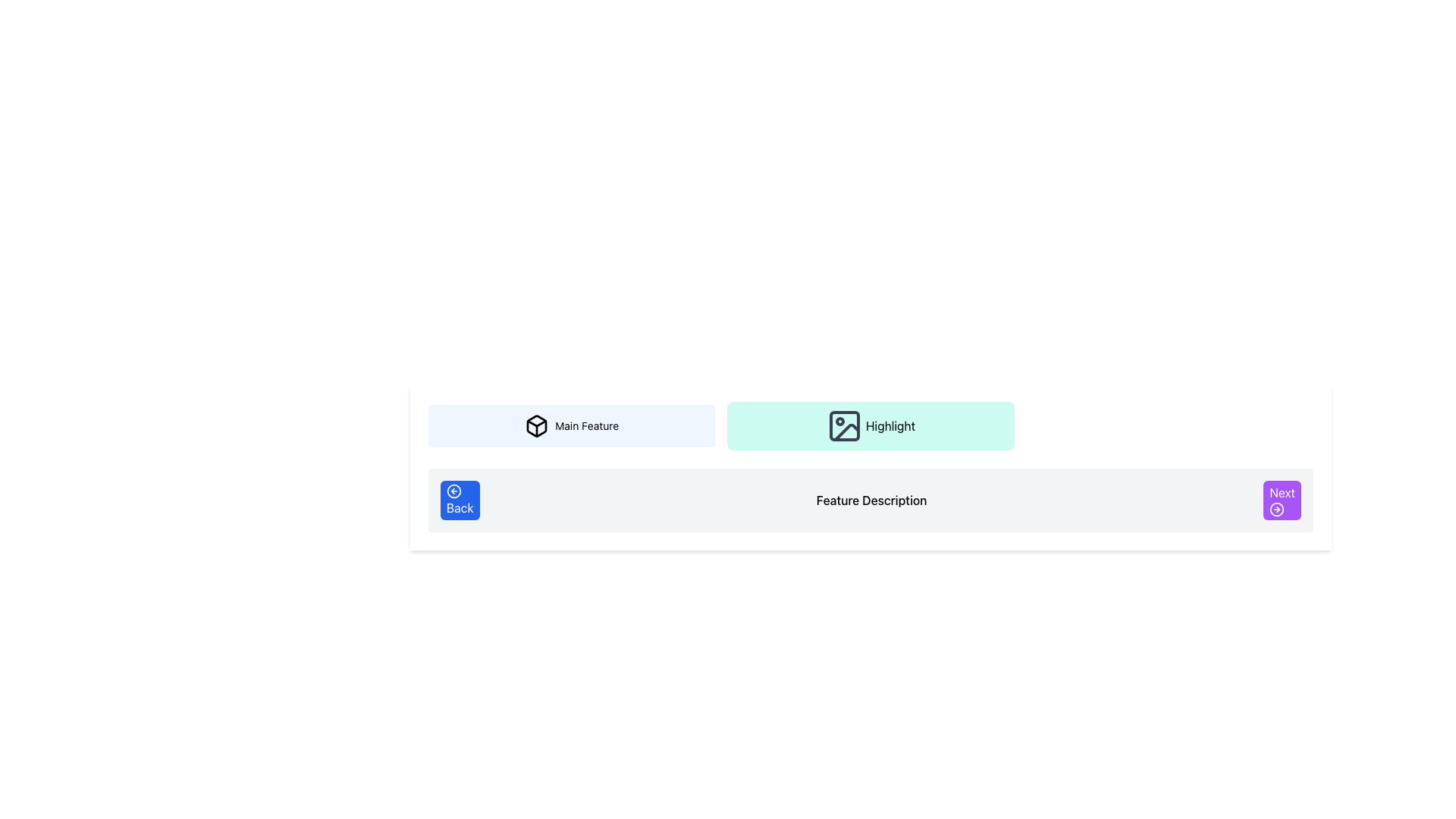 The height and width of the screenshot is (819, 1456). I want to click on the 'Highlight' button, which is a teal-colored button located at the top-right section of the interface, so click(843, 426).